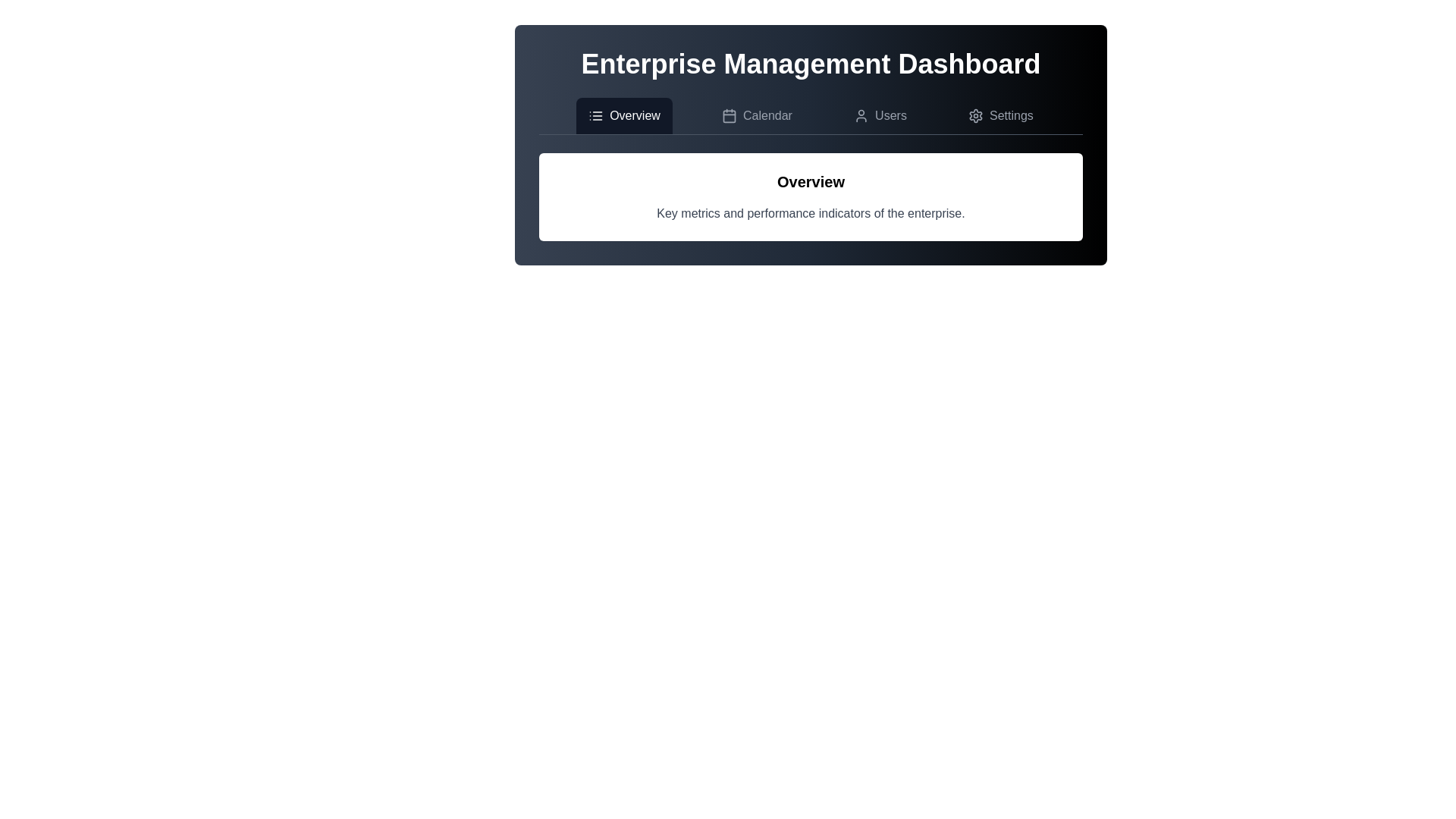 The height and width of the screenshot is (819, 1456). Describe the element at coordinates (595, 115) in the screenshot. I see `the Overview icon located in the navigation bar to the left of the text "Overview"` at that location.